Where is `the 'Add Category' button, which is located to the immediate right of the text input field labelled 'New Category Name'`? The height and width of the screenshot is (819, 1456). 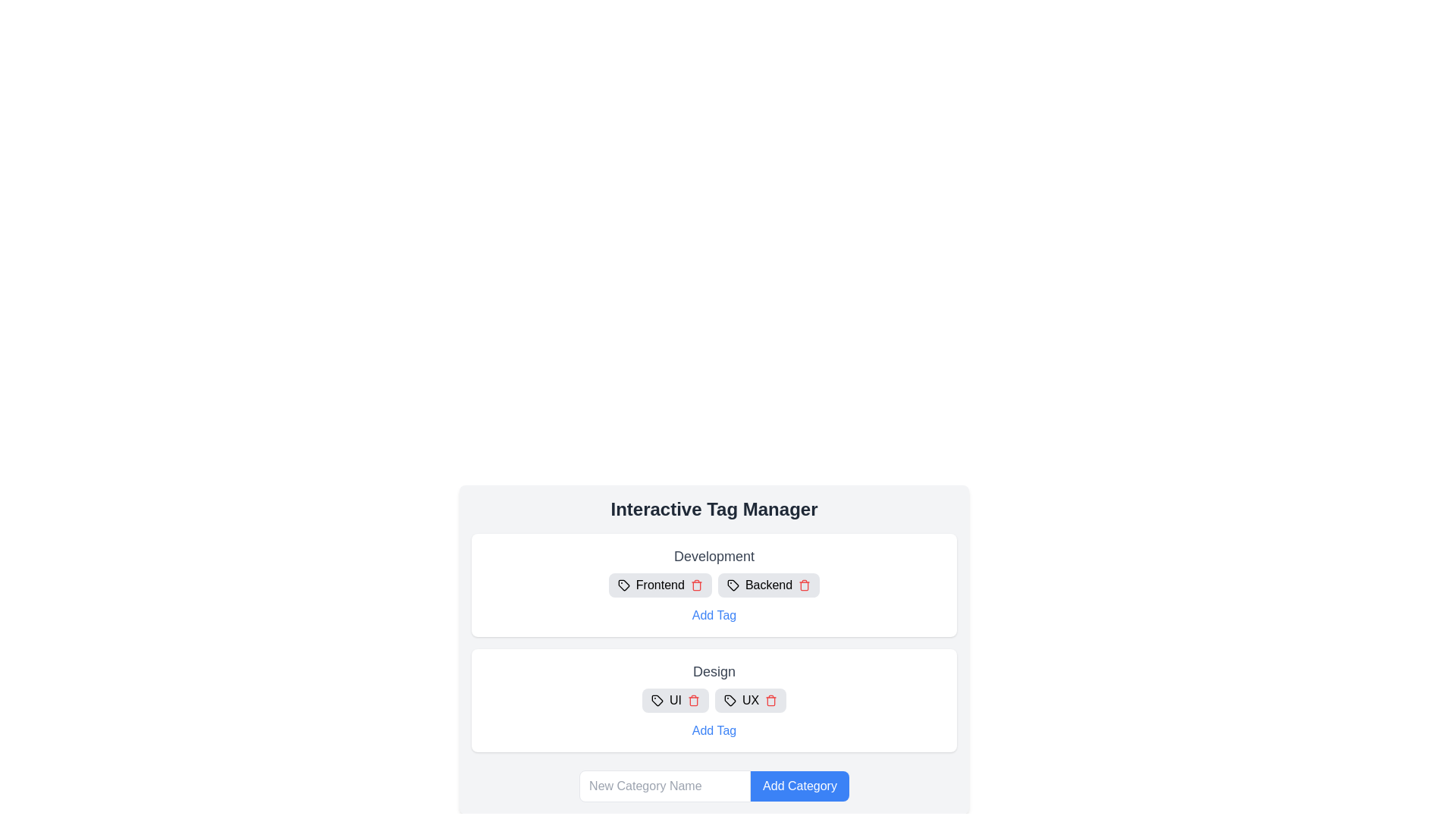
the 'Add Category' button, which is located to the immediate right of the text input field labelled 'New Category Name' is located at coordinates (799, 786).